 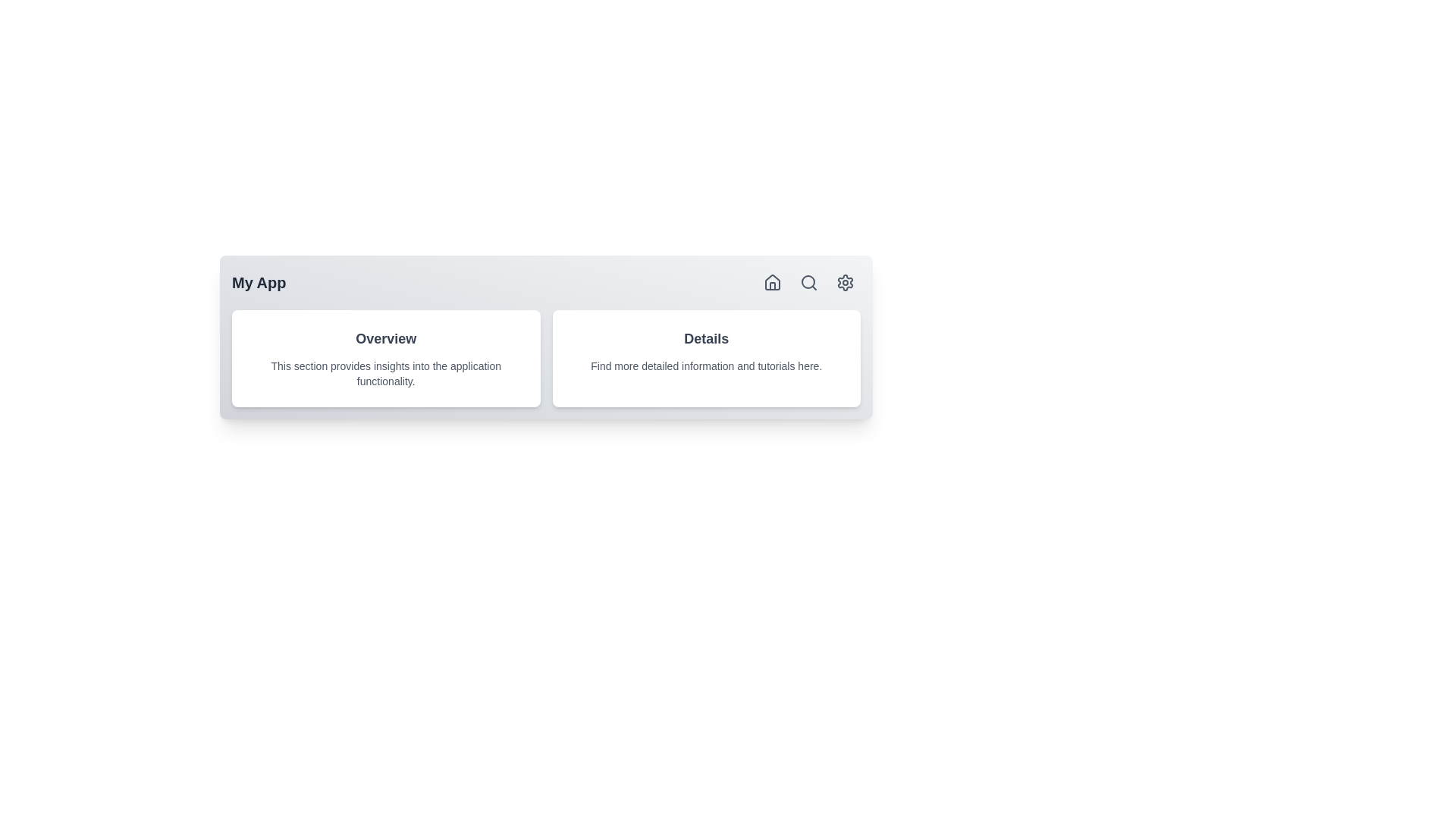 What do you see at coordinates (705, 366) in the screenshot?
I see `text from the Text Label located below the 'Details' heading, which supplements the information provided in the 'Details' section` at bounding box center [705, 366].